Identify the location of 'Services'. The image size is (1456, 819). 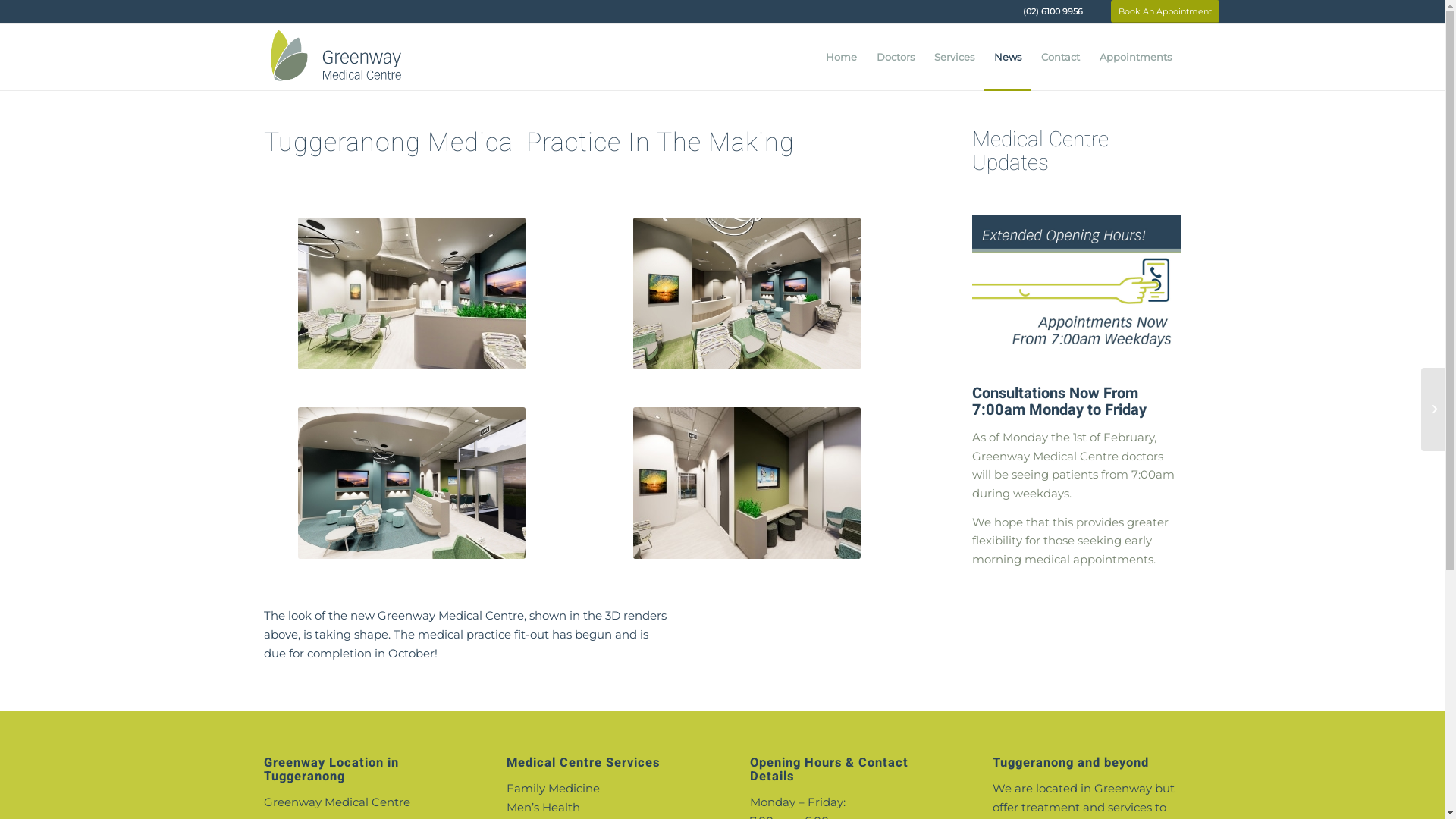
(952, 55).